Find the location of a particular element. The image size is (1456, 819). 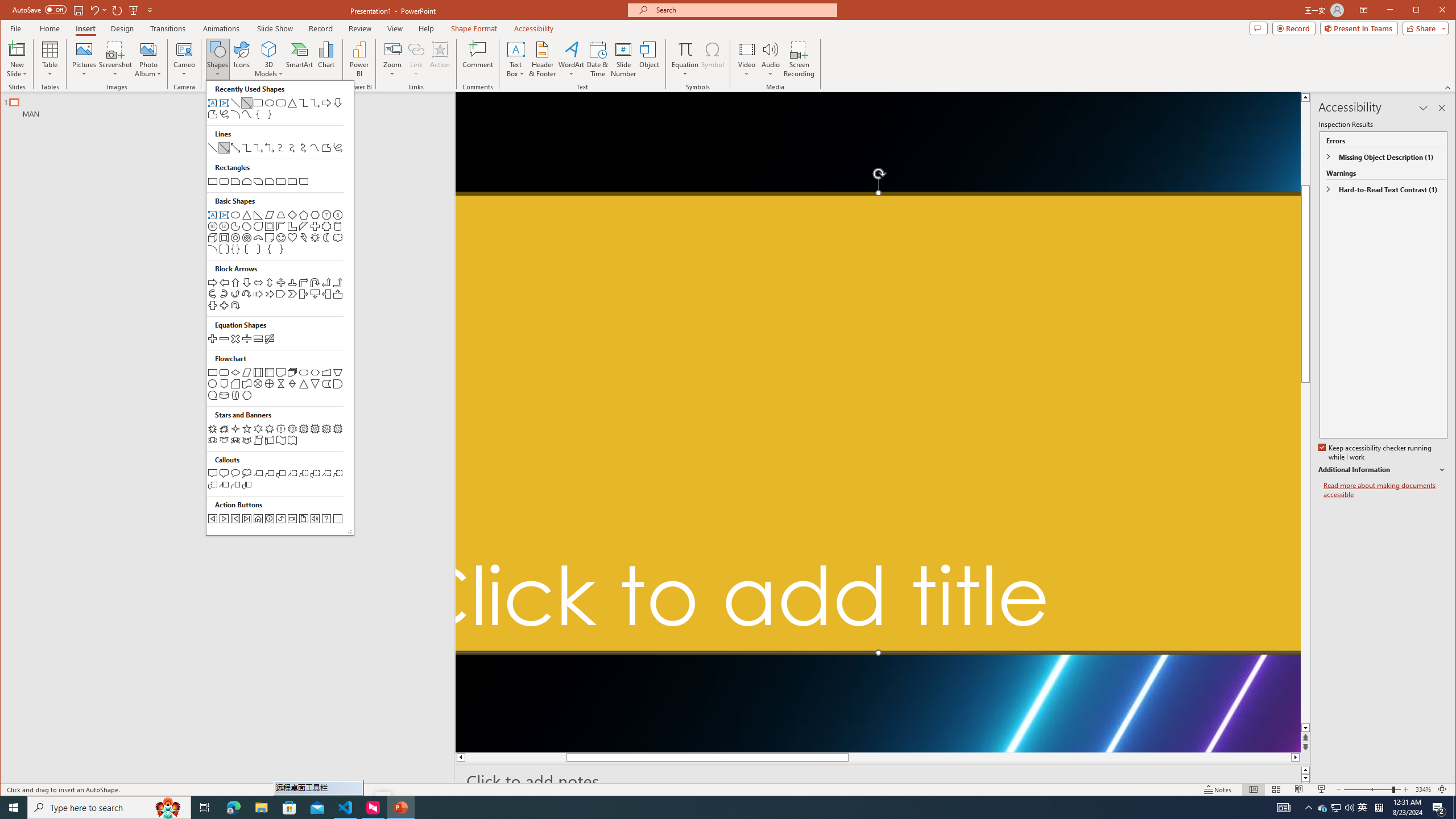

'Power BI' is located at coordinates (359, 59).